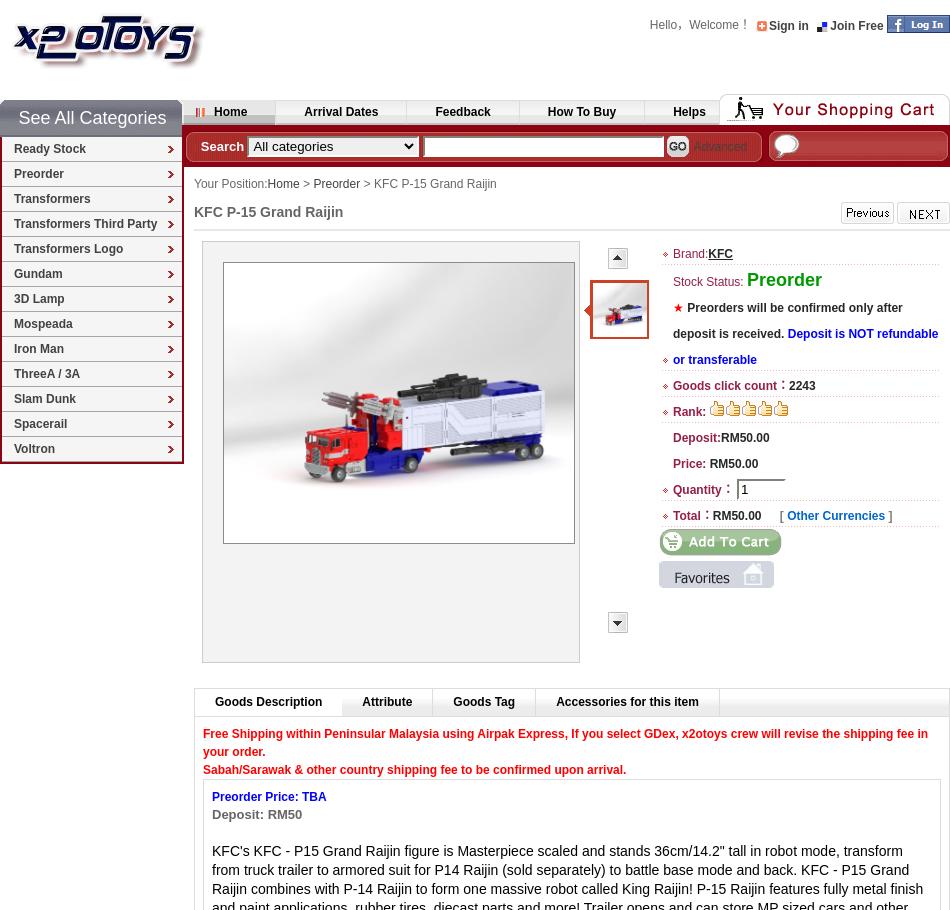  I want to click on 'KFC', so click(708, 253).